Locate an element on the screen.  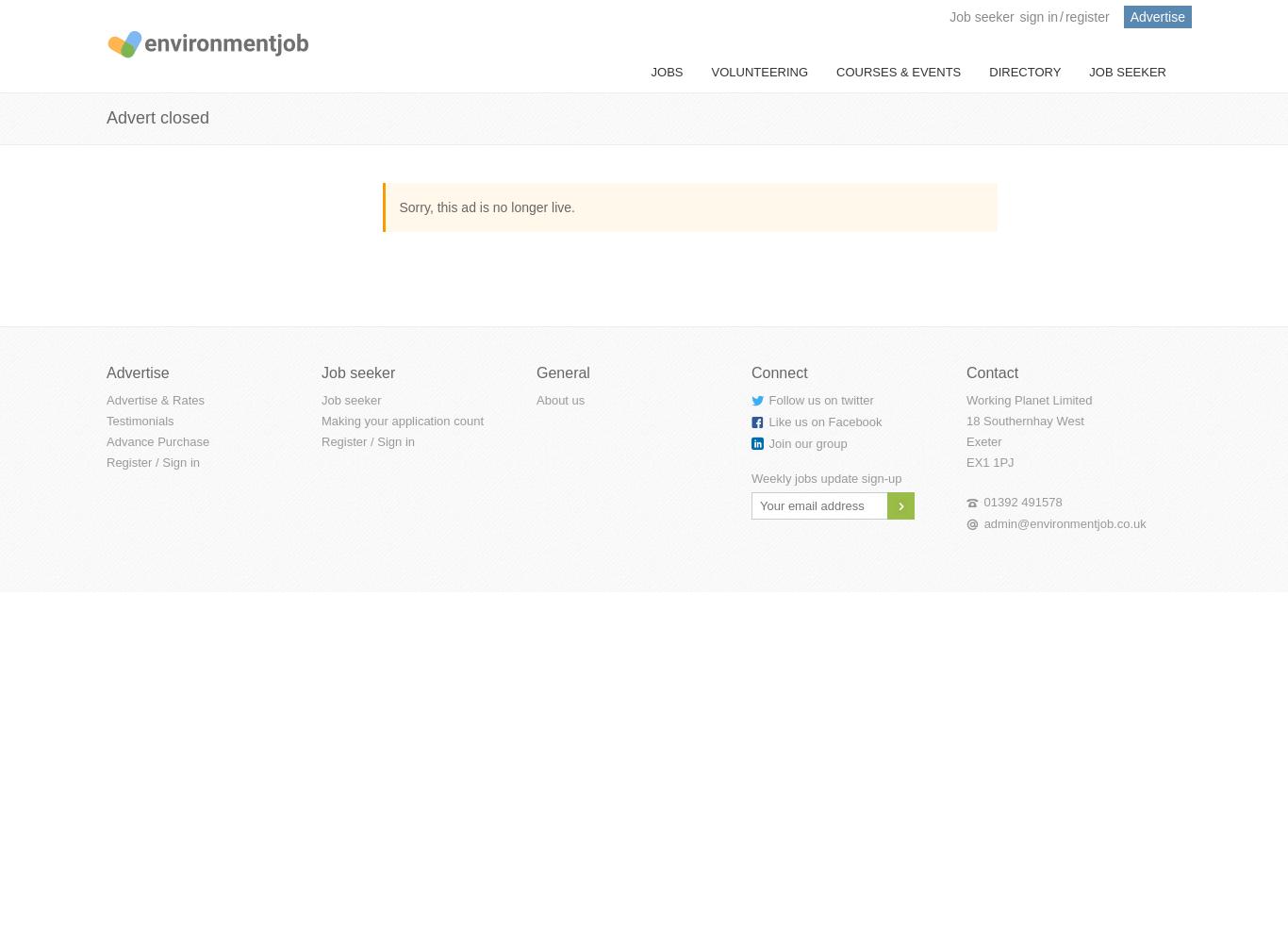
'Courses & Events' is located at coordinates (834, 71).